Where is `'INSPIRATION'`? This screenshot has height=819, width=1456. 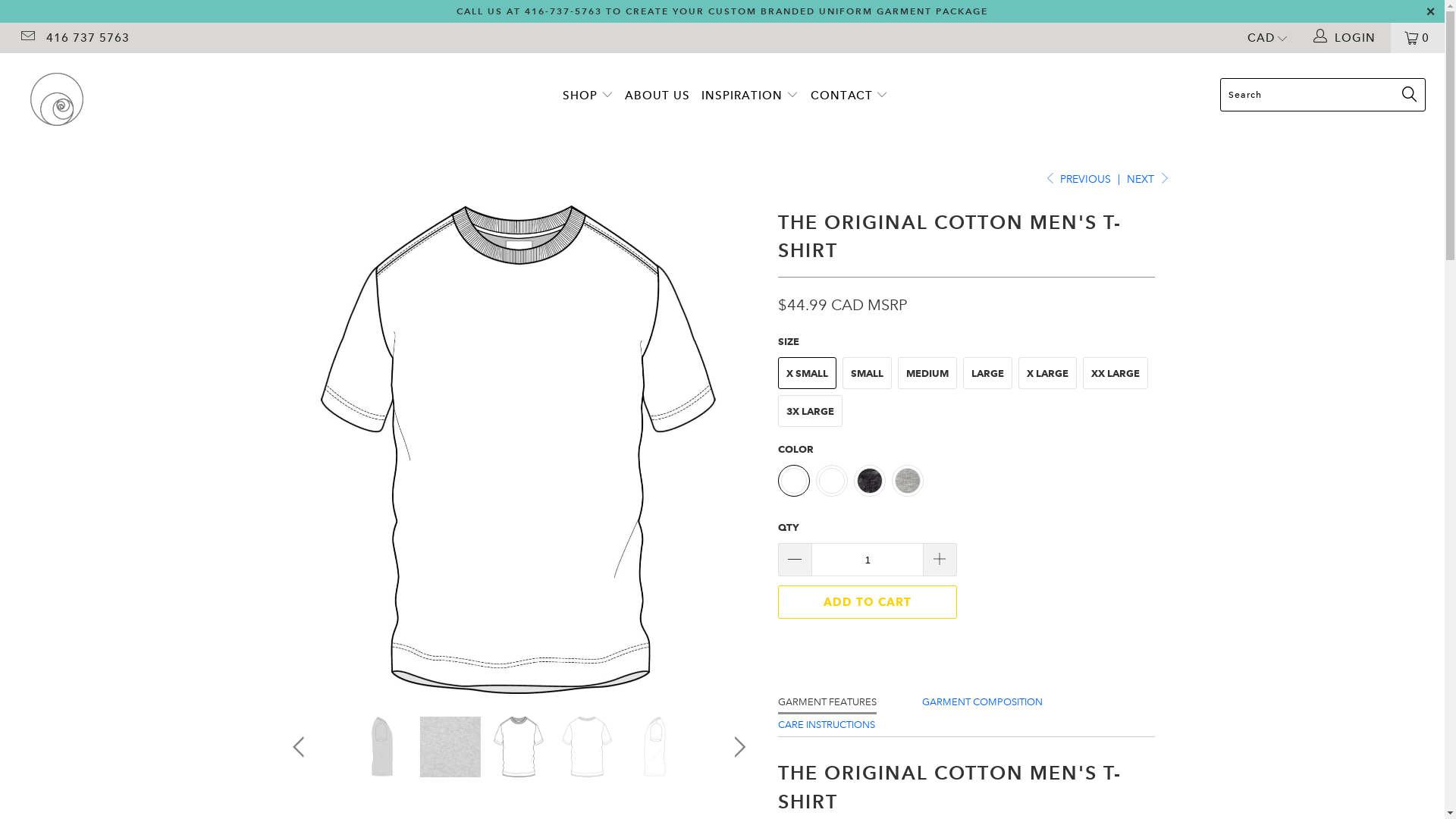 'INSPIRATION' is located at coordinates (749, 96).